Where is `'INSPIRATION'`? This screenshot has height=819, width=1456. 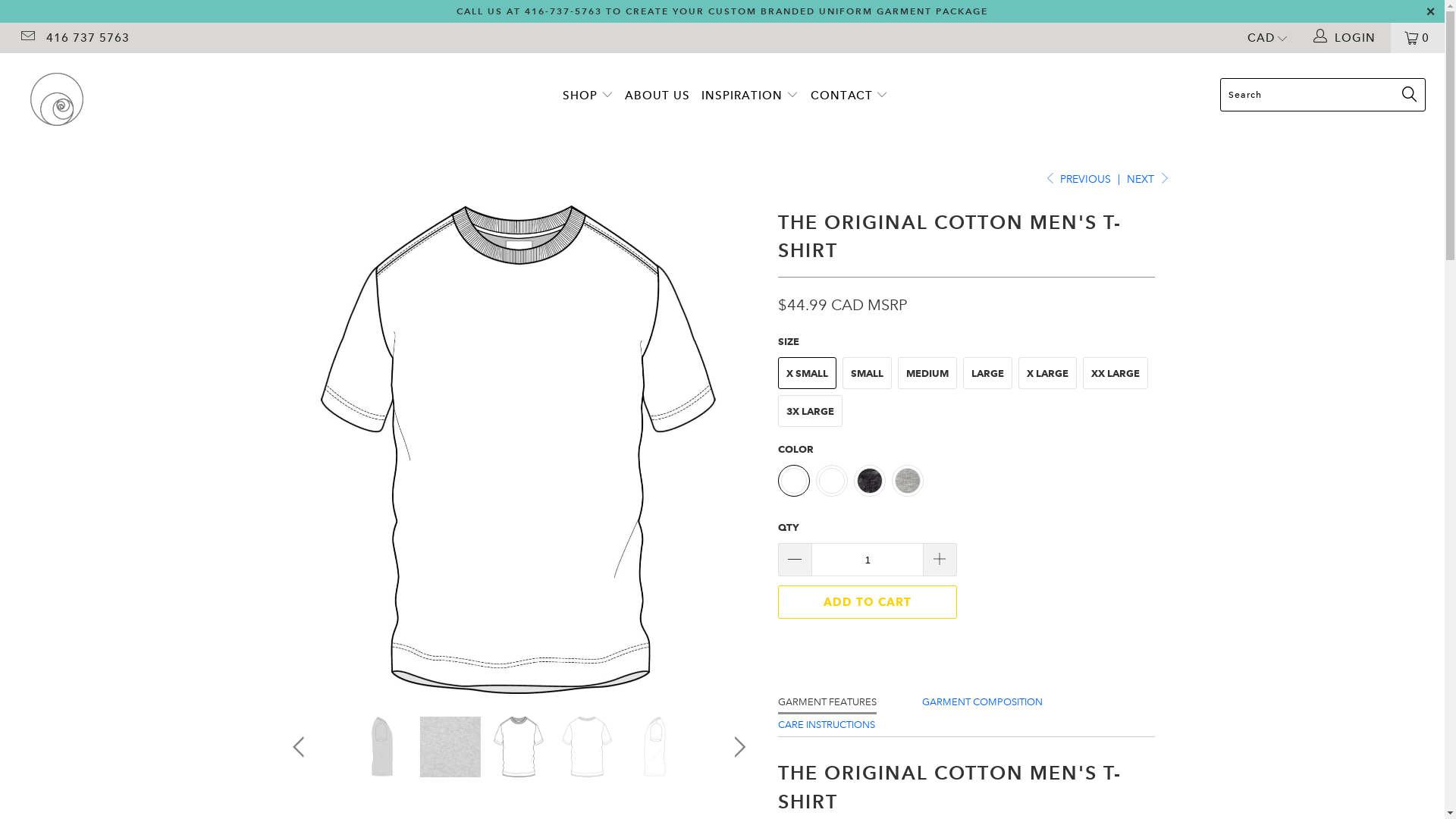 'INSPIRATION' is located at coordinates (749, 96).